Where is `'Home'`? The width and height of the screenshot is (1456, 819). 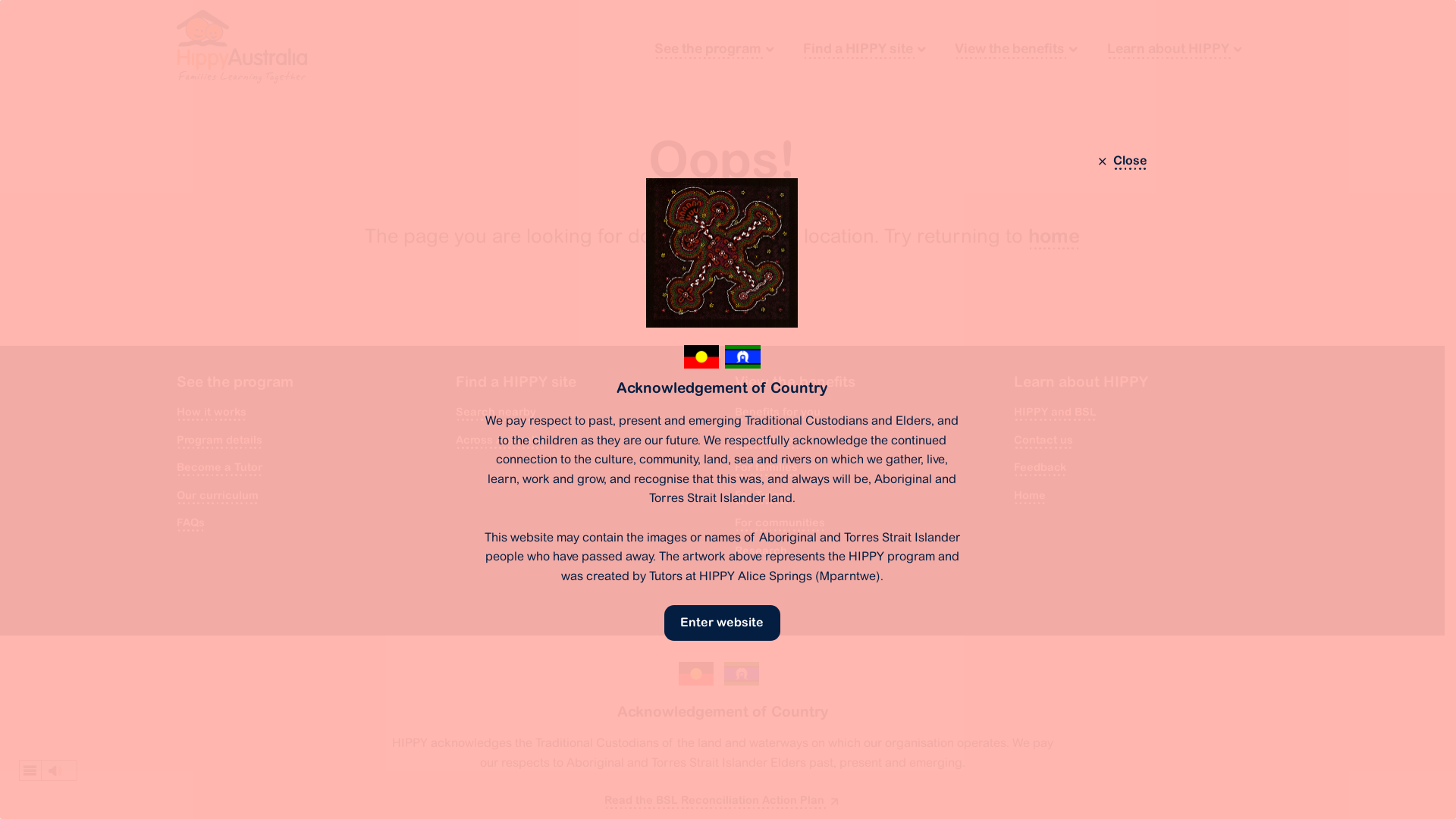 'Home' is located at coordinates (1029, 496).